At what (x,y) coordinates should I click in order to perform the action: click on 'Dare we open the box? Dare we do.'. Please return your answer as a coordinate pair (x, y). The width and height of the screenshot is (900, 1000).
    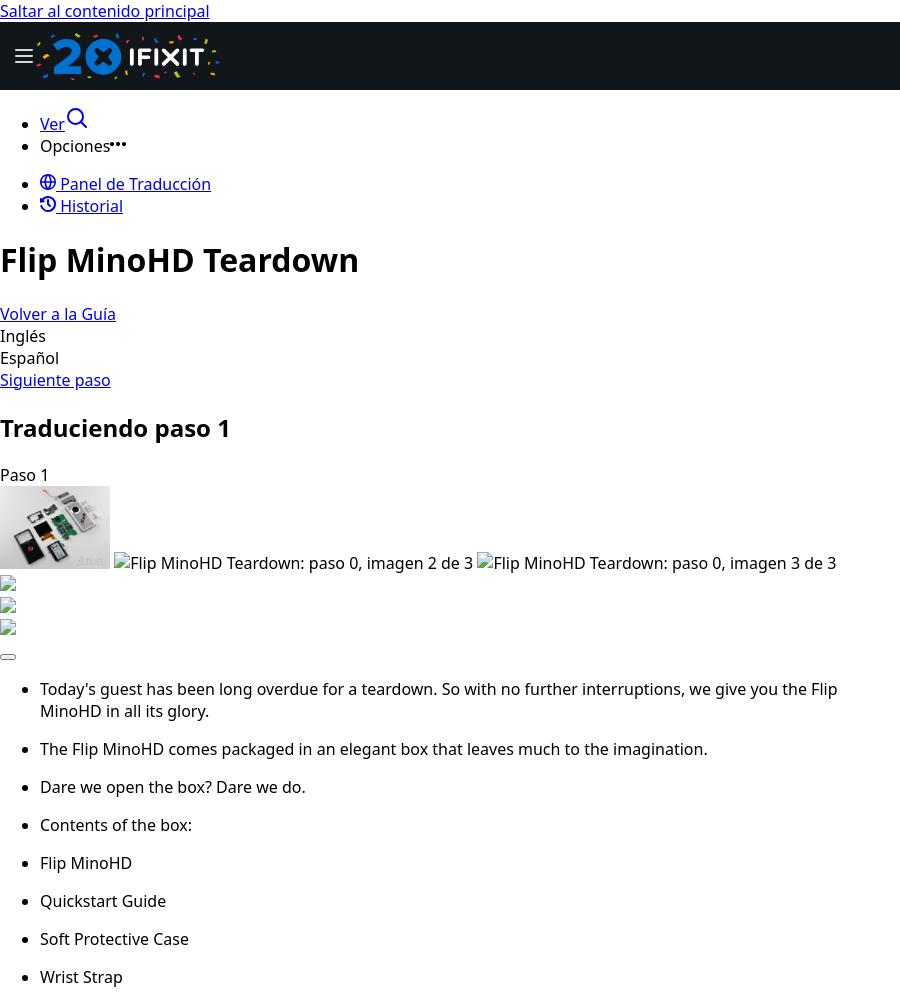
    Looking at the image, I should click on (172, 786).